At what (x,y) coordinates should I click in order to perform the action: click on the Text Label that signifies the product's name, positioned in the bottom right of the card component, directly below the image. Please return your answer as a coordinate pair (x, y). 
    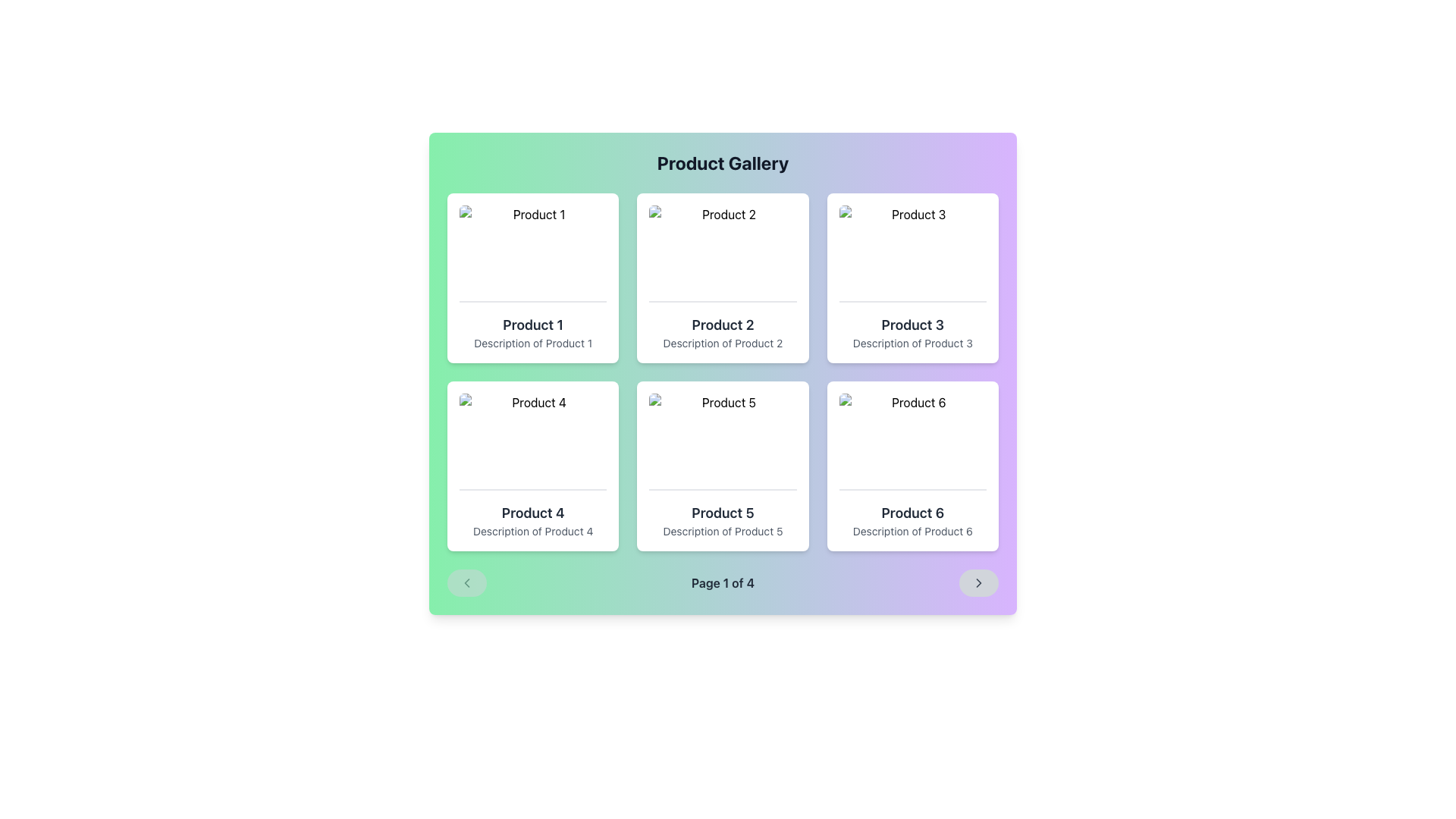
    Looking at the image, I should click on (912, 513).